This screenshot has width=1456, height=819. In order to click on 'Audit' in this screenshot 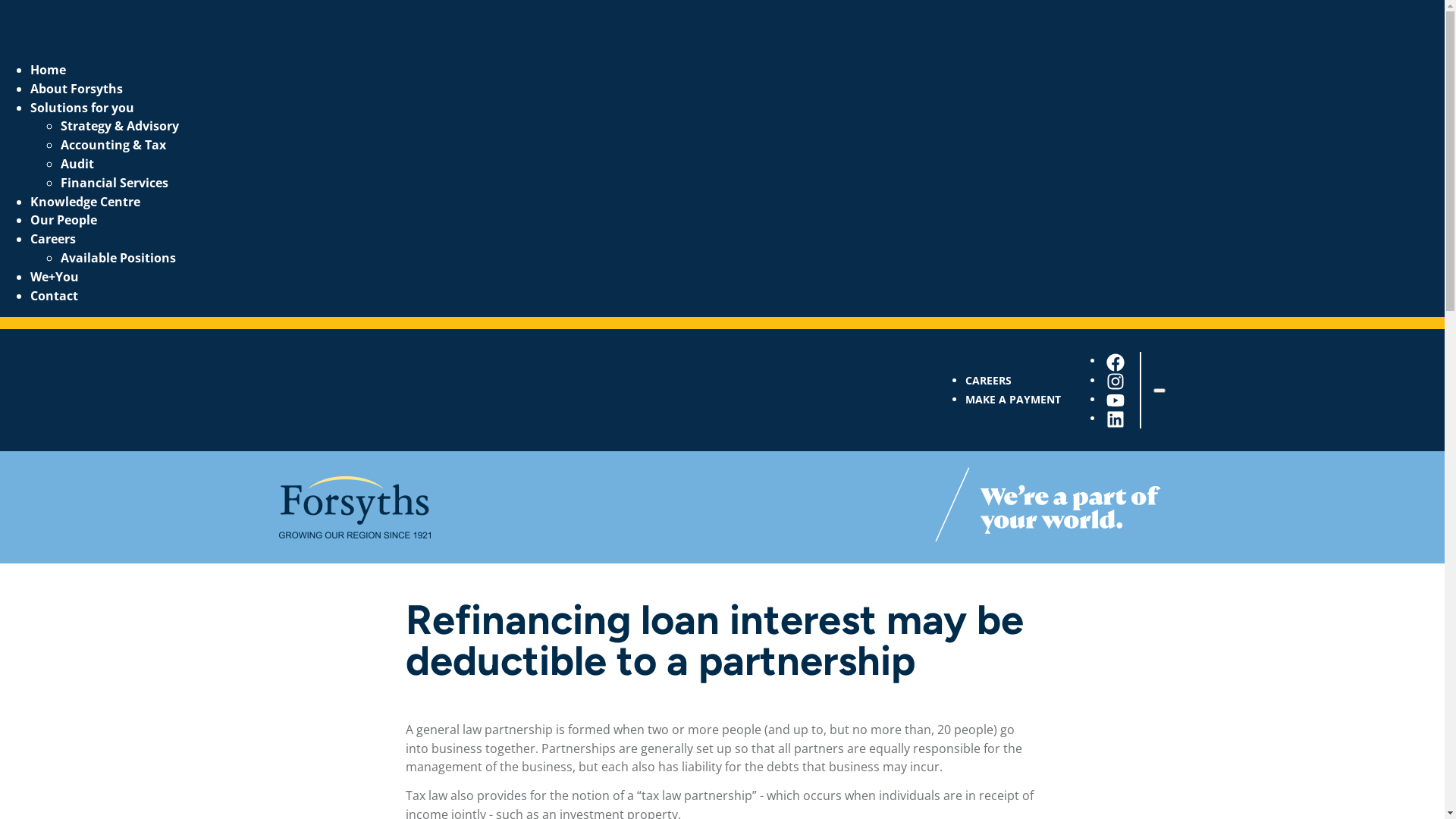, I will do `click(76, 164)`.